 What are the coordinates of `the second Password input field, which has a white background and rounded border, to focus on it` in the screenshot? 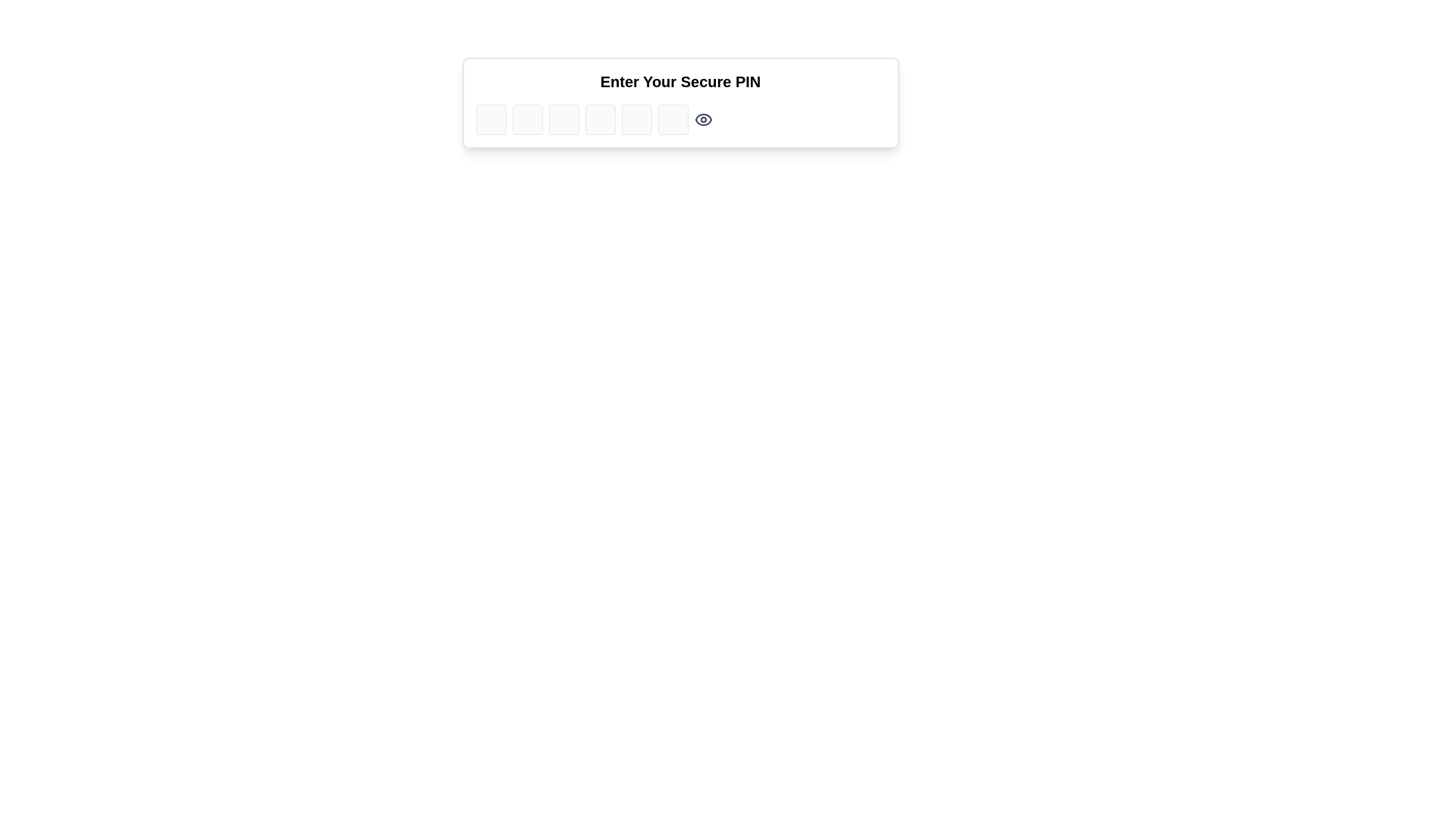 It's located at (527, 119).